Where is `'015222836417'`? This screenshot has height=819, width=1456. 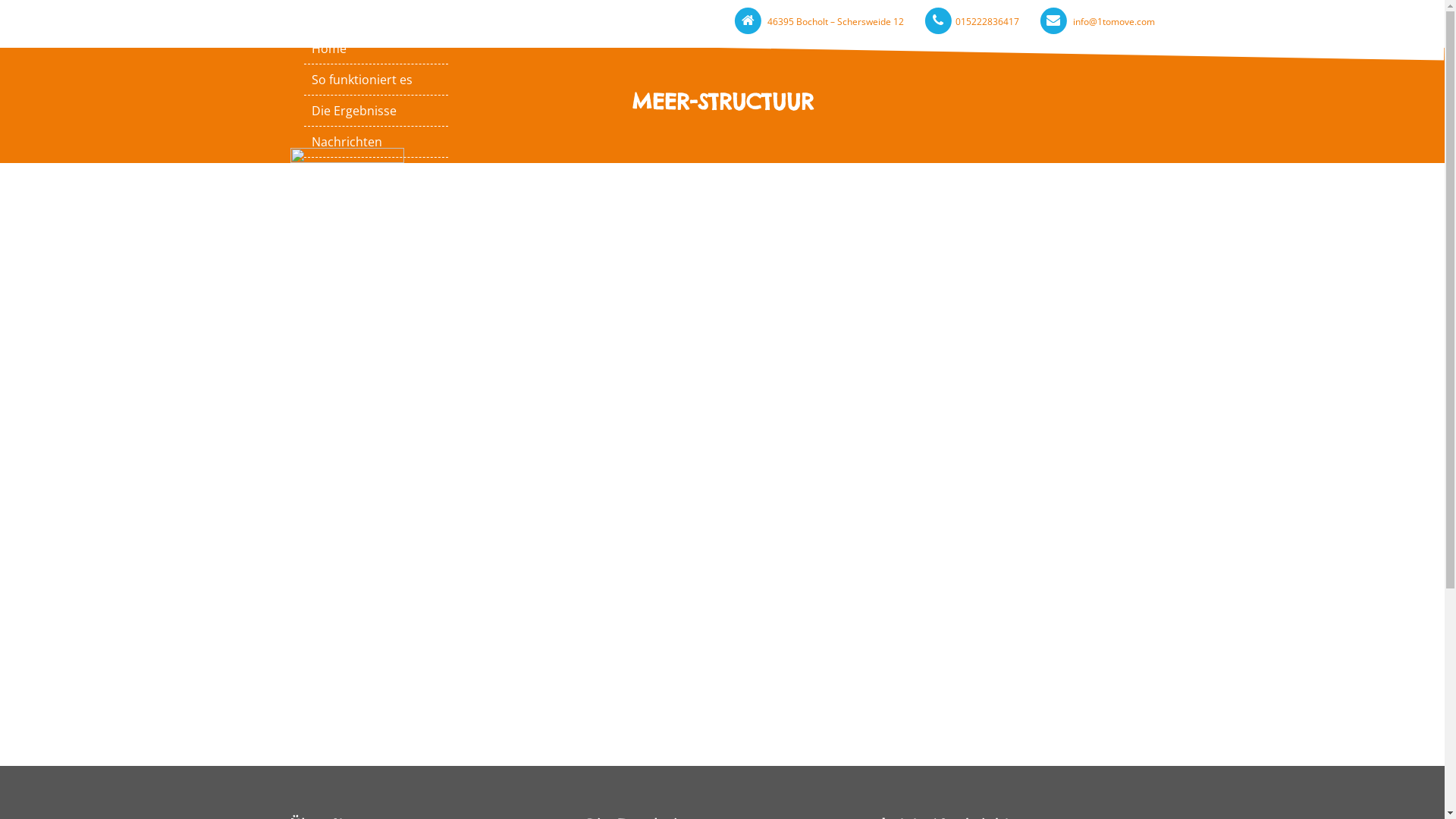 '015222836417' is located at coordinates (986, 21).